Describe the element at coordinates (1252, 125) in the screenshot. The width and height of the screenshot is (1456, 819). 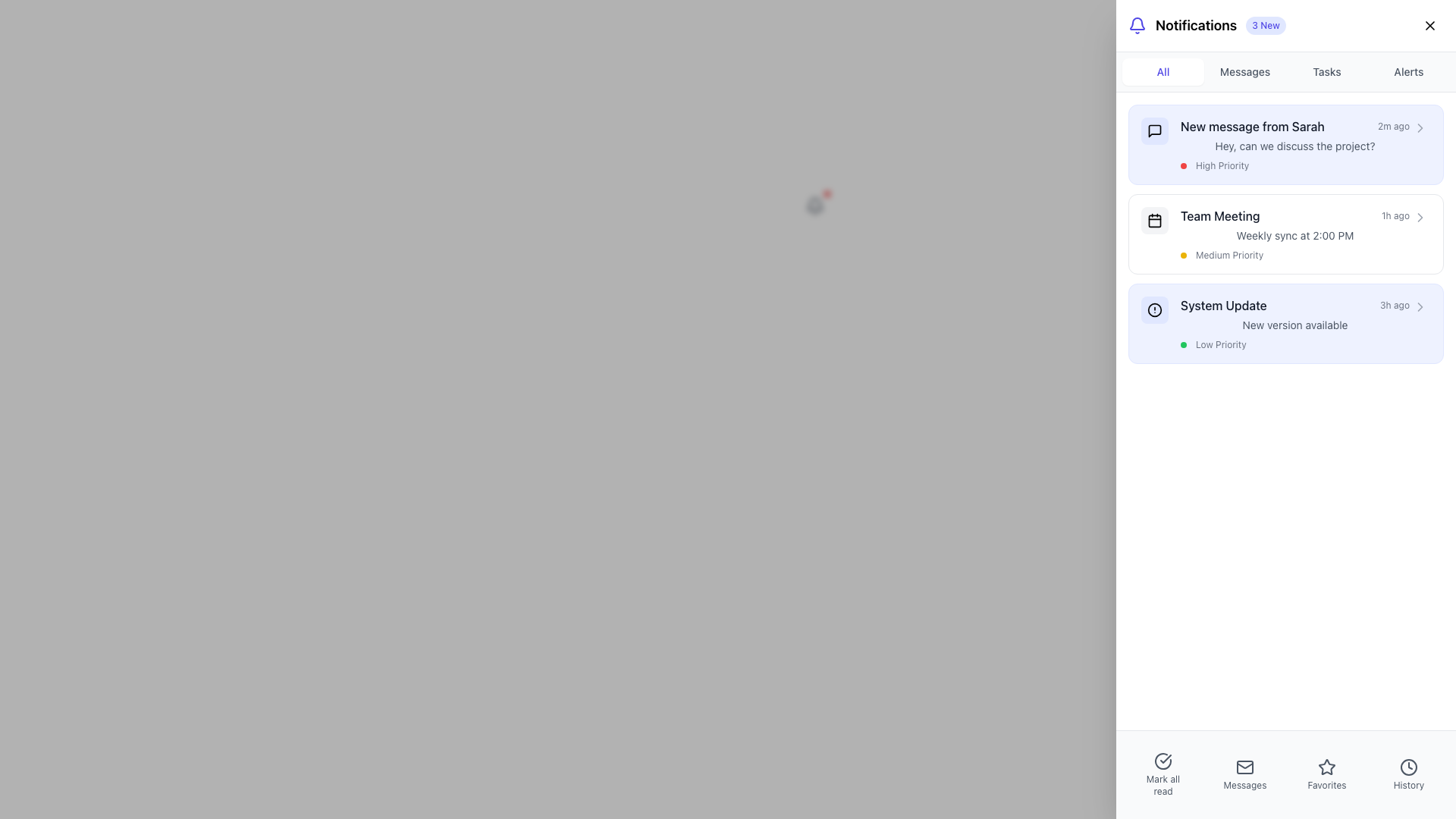
I see `text label that contains 'New message from Sarah', which is styled in dark gray and positioned at the top-left corner of the notification card` at that location.